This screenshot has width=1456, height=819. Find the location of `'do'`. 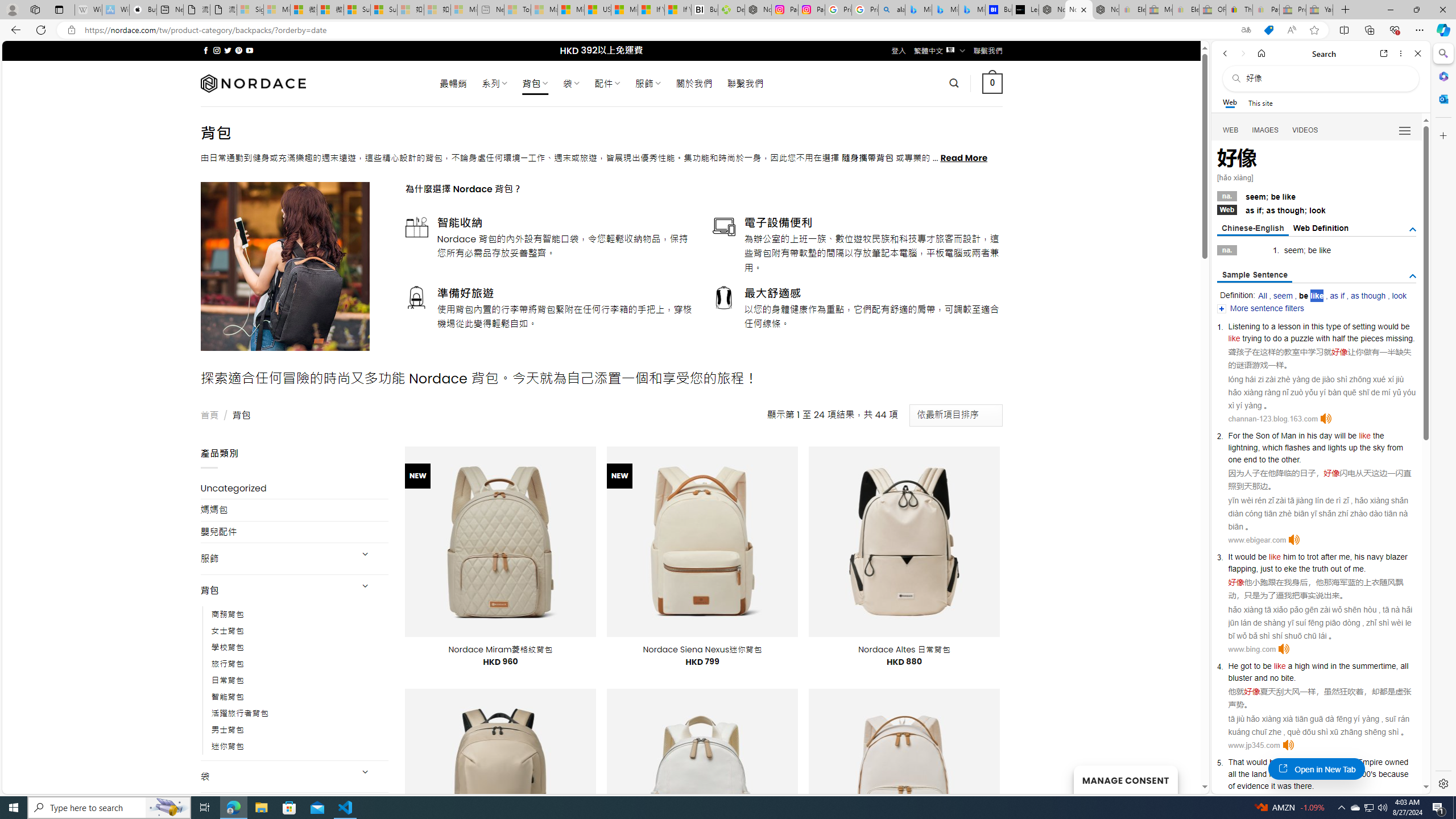

'do' is located at coordinates (1277, 338).